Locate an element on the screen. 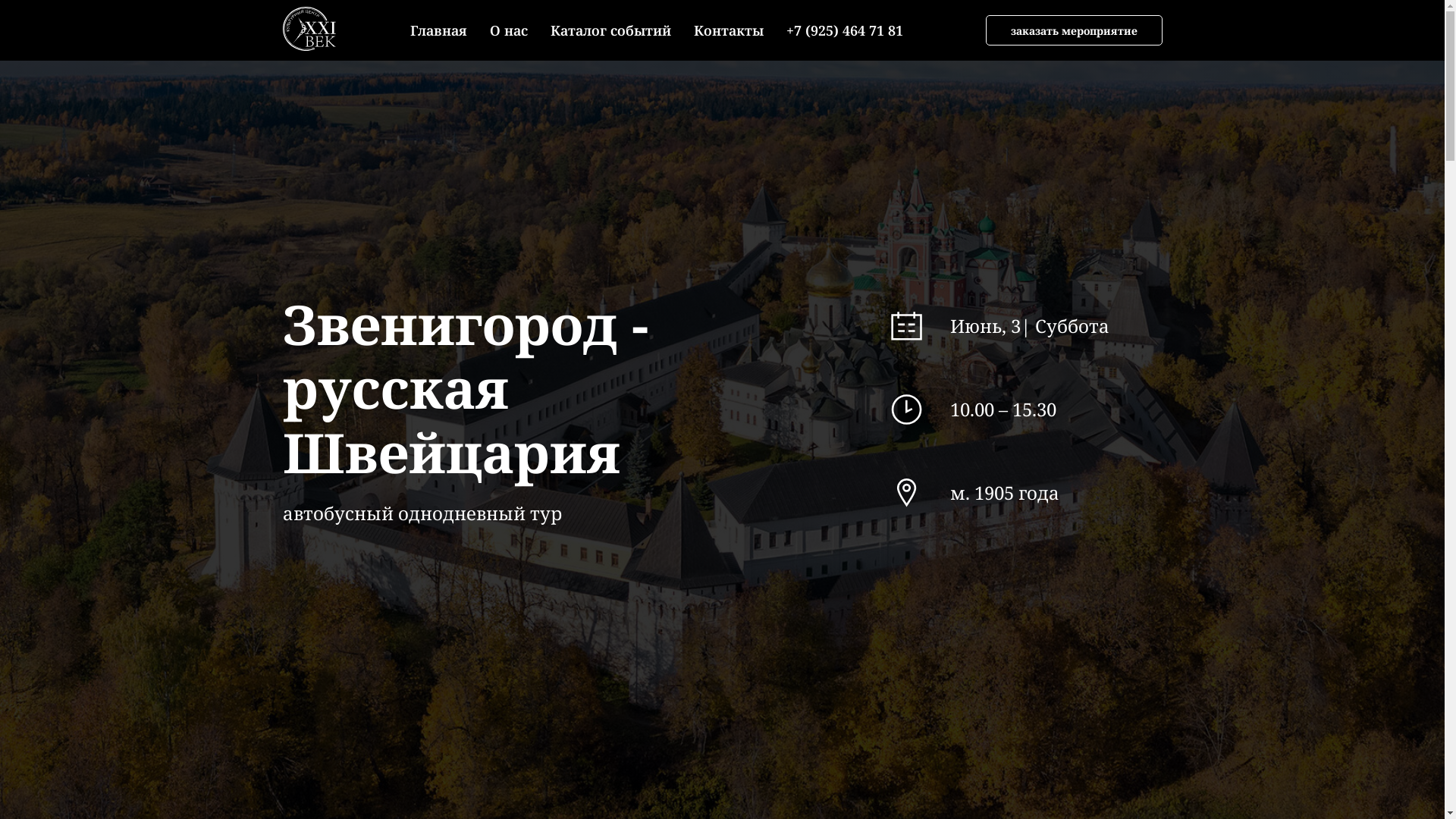 The height and width of the screenshot is (819, 1456). '+7 (925) 464 71 81' is located at coordinates (786, 30).